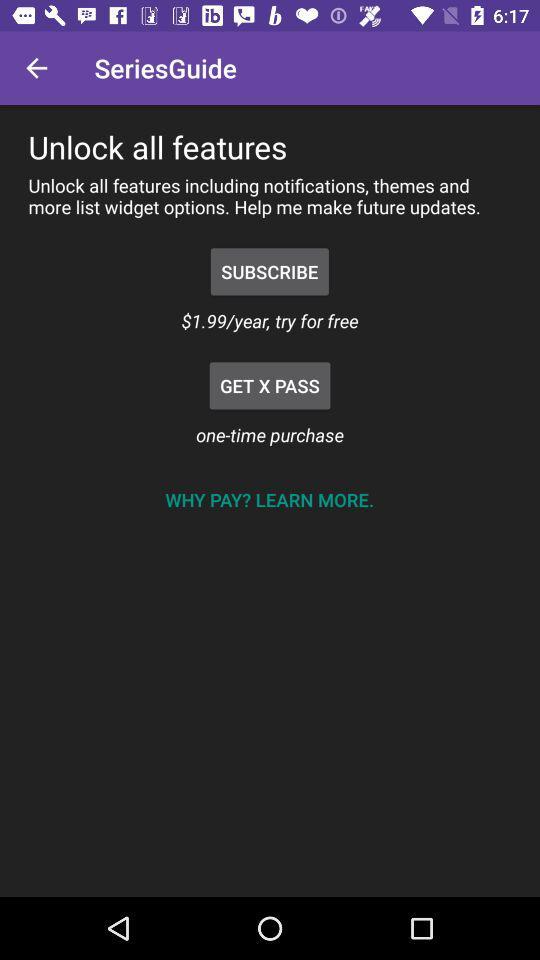 This screenshot has width=540, height=960. What do you see at coordinates (269, 270) in the screenshot?
I see `the subscribe icon` at bounding box center [269, 270].